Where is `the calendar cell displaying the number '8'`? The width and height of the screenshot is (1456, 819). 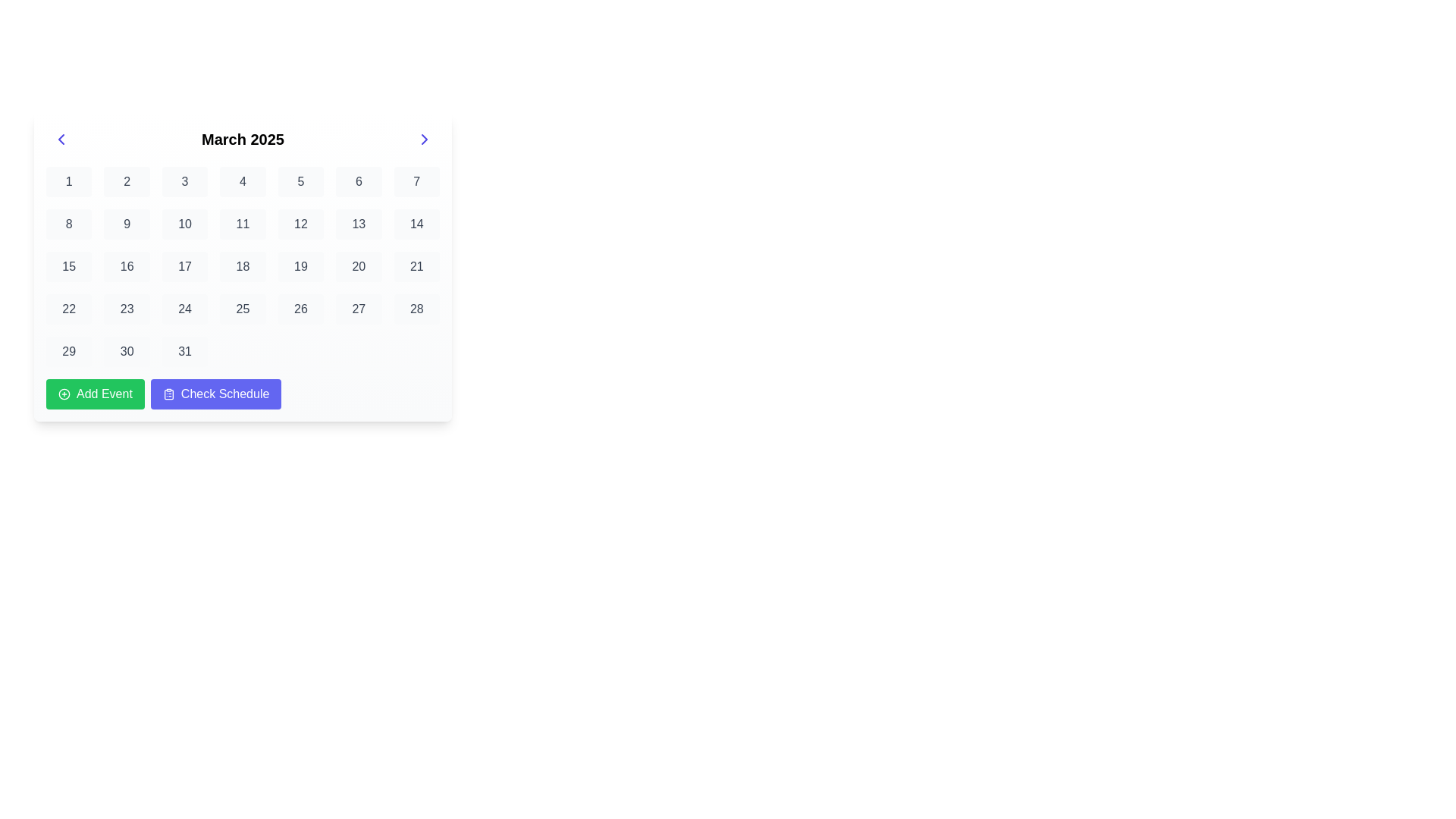
the calendar cell displaying the number '8' is located at coordinates (68, 224).